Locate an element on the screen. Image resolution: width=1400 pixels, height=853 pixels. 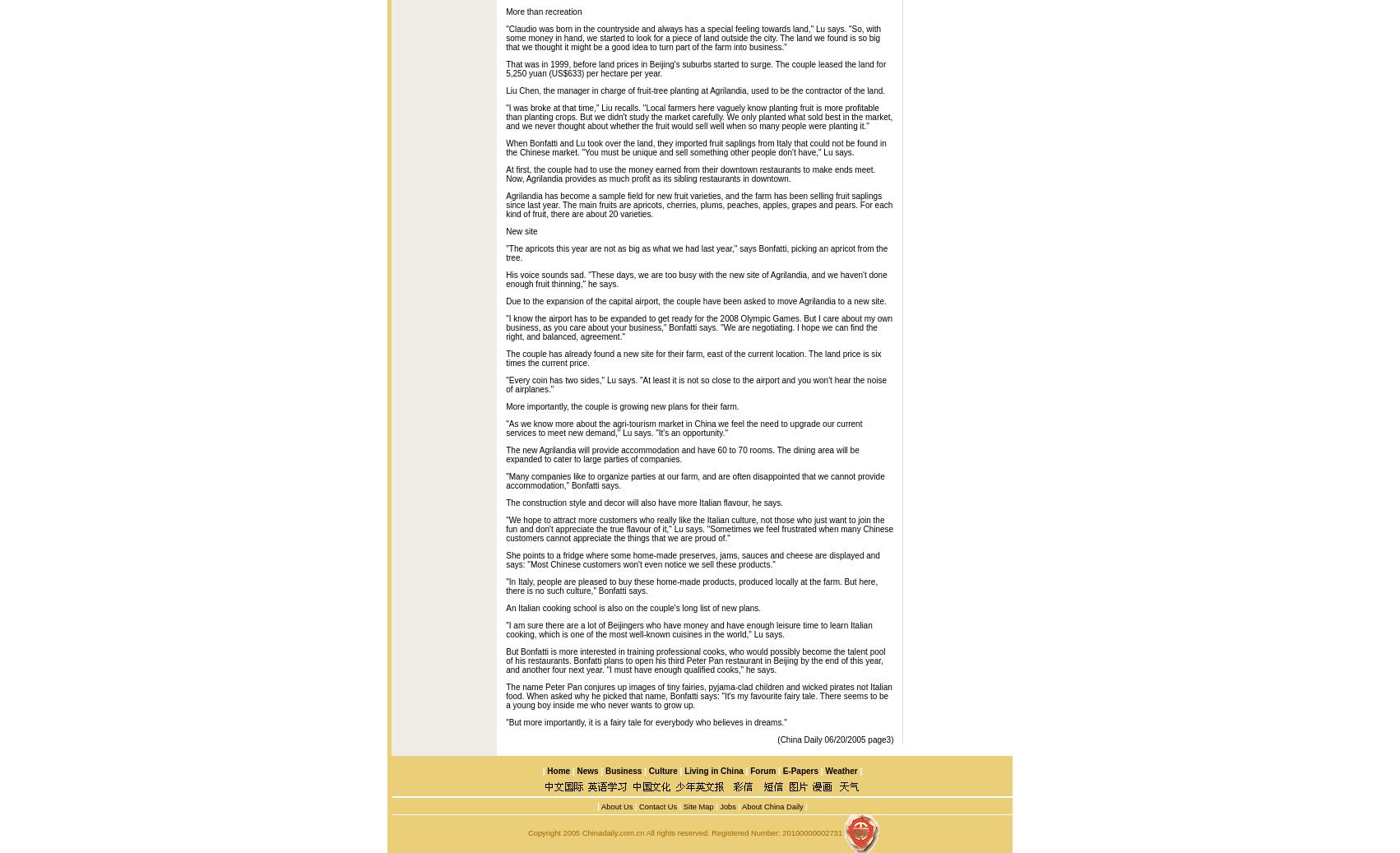
'She points to a fridge where some home-made preserves, jams, sauces and cheese are displayed and says: "Most Chinese customers won't even notice we sell these products."' is located at coordinates (691, 559).